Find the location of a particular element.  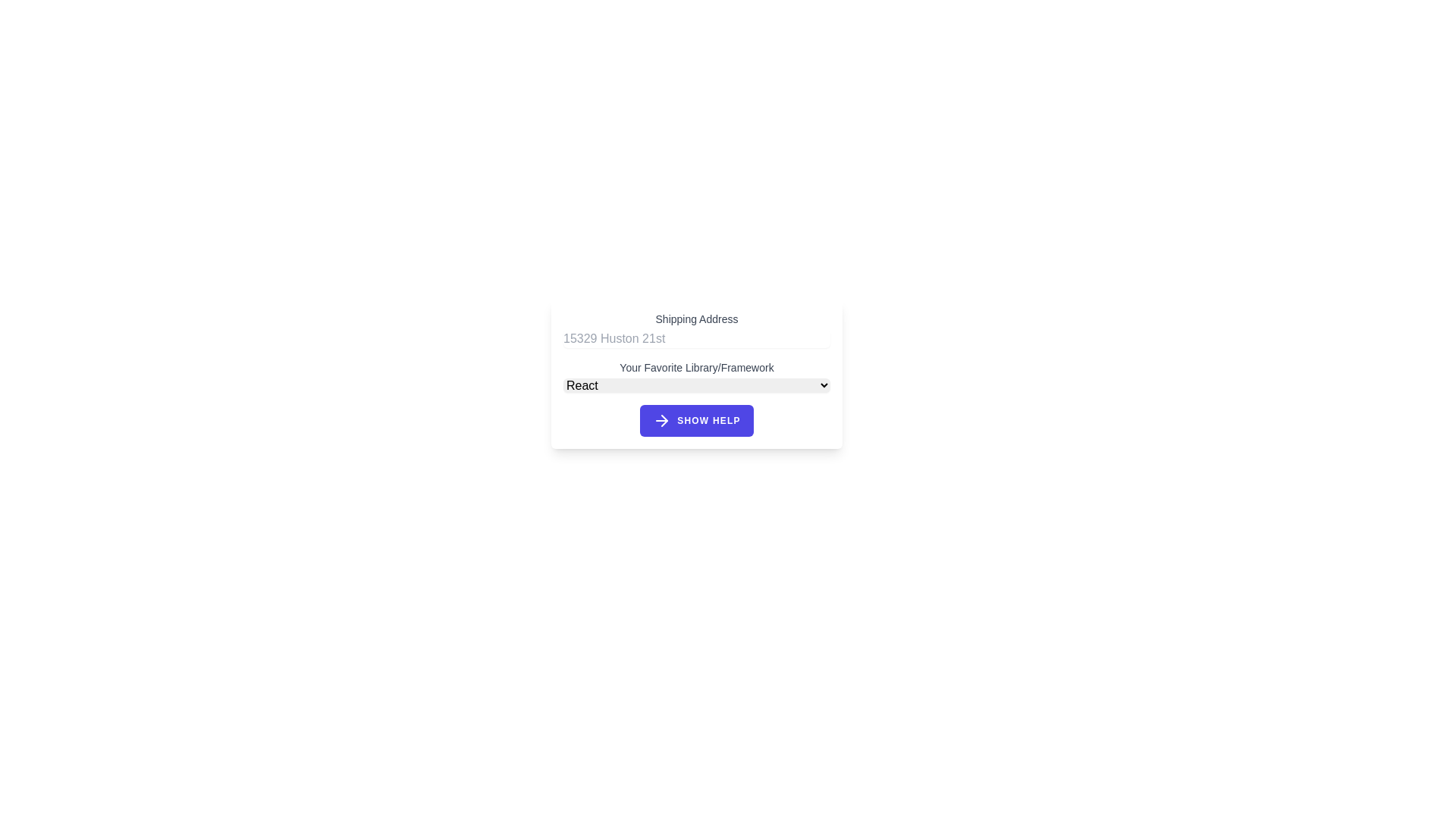

the 'Shipping Address' label which displays the text in medium font size and gray color, located above the input field for address is located at coordinates (695, 318).